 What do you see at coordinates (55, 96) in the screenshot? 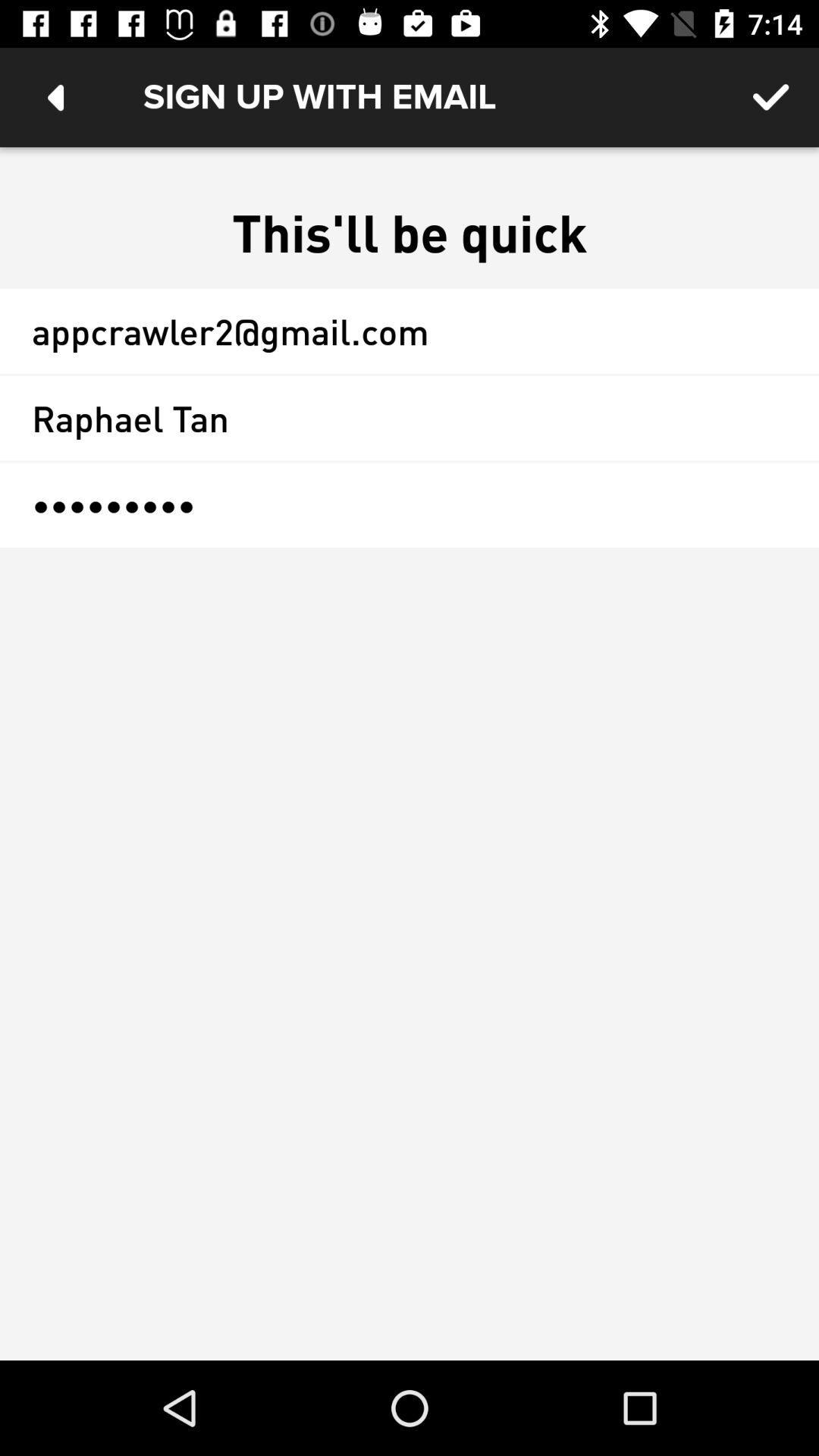
I see `the icon at the top left corner` at bounding box center [55, 96].